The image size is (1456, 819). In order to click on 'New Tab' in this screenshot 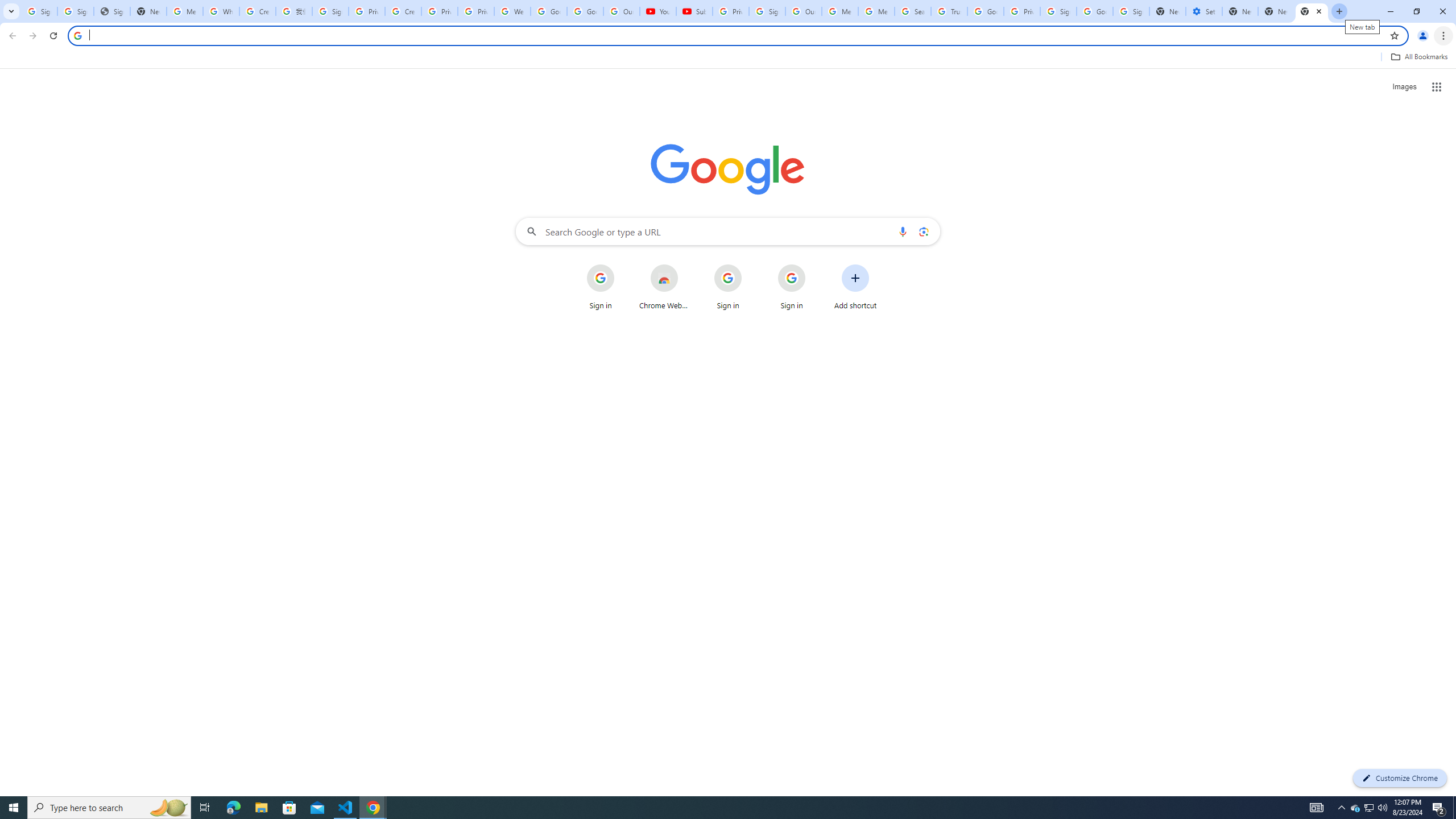, I will do `click(1312, 11)`.